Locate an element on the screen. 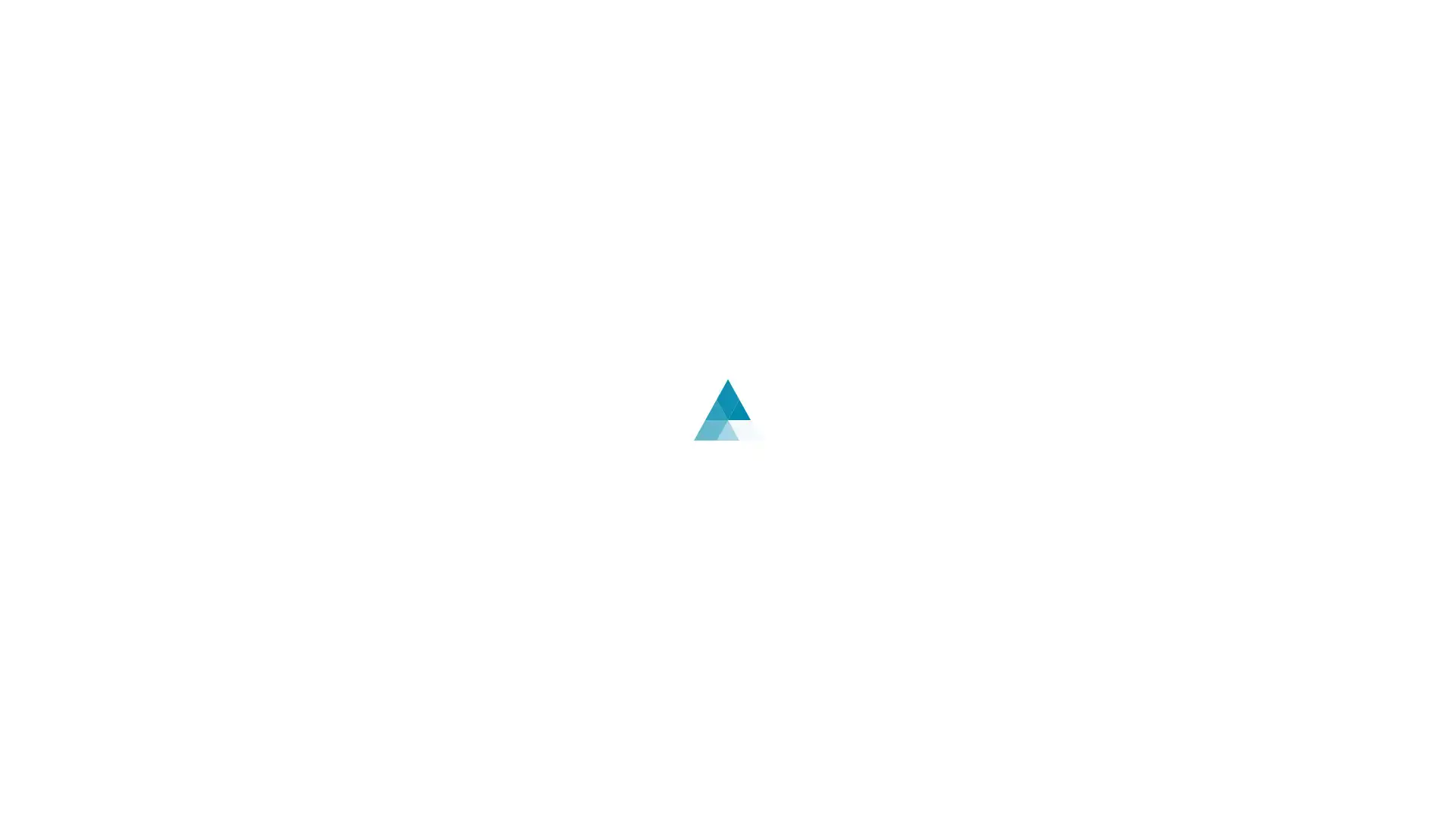 The image size is (1456, 819). Log In is located at coordinates (579, 500).